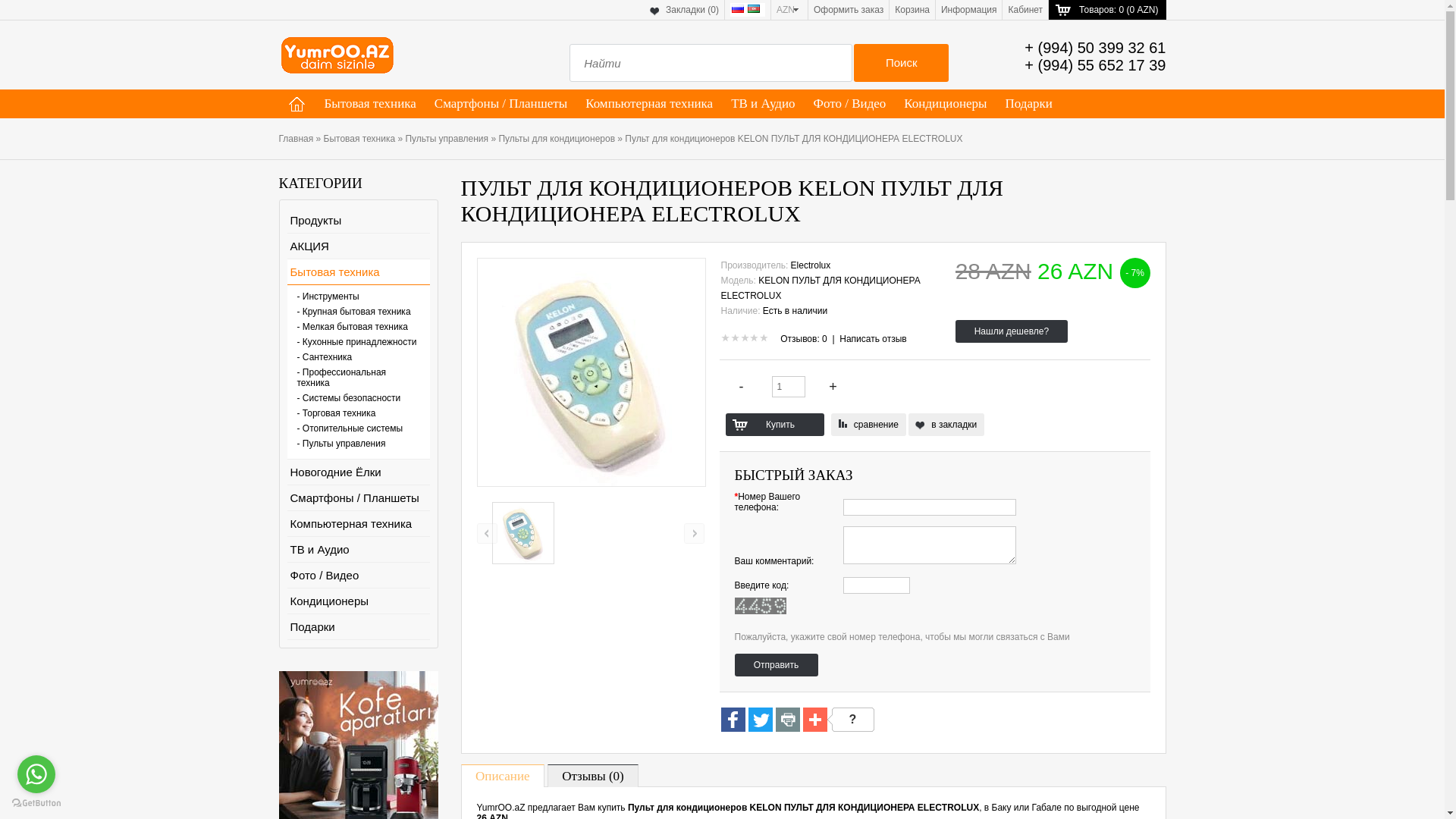 This screenshot has height=819, width=1456. Describe the element at coordinates (693, 532) in the screenshot. I see `'right'` at that location.